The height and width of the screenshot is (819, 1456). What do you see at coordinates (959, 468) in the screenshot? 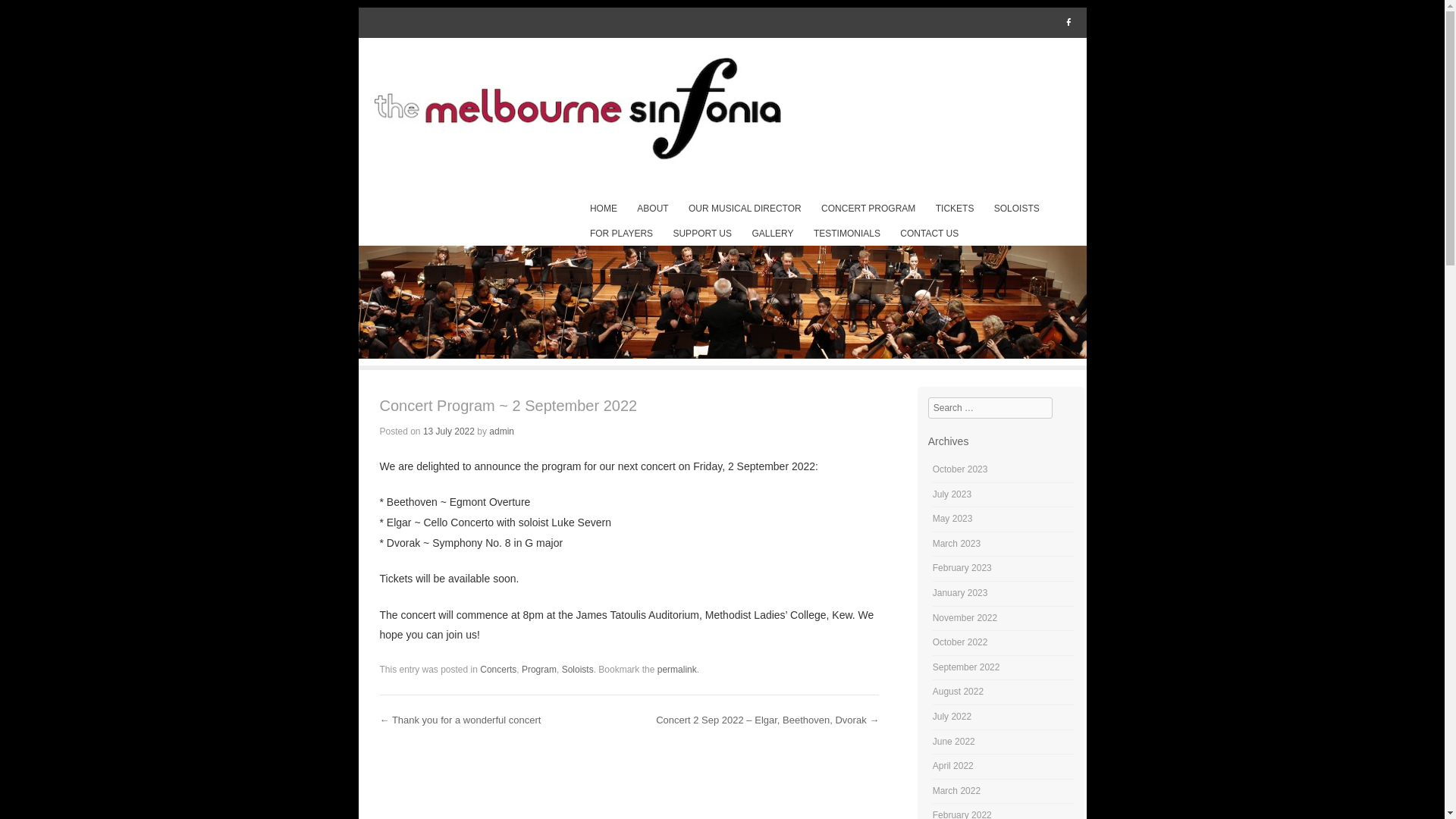
I see `'October 2023'` at bounding box center [959, 468].